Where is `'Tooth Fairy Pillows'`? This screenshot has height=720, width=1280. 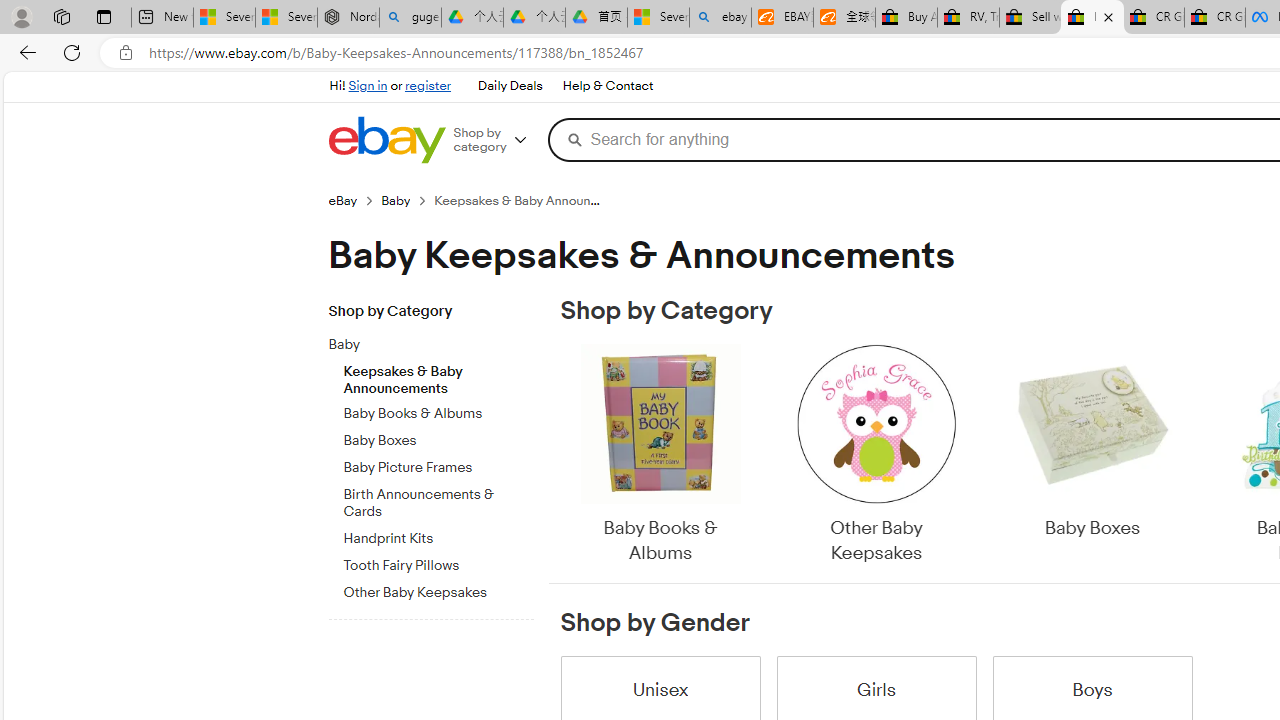 'Tooth Fairy Pillows' is located at coordinates (437, 566).